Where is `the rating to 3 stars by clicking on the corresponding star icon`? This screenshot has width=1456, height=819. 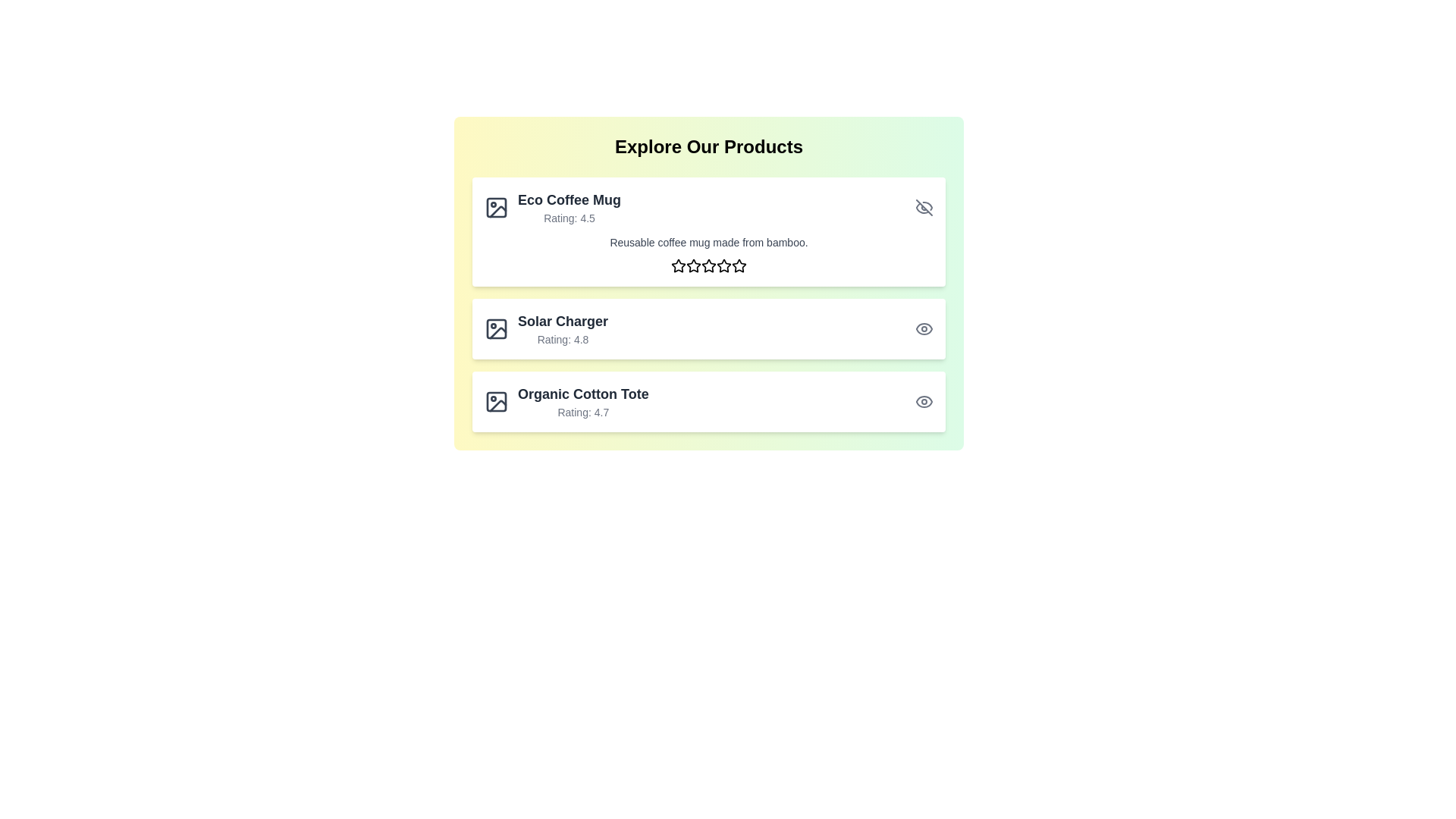 the rating to 3 stars by clicking on the corresponding star icon is located at coordinates (708, 265).